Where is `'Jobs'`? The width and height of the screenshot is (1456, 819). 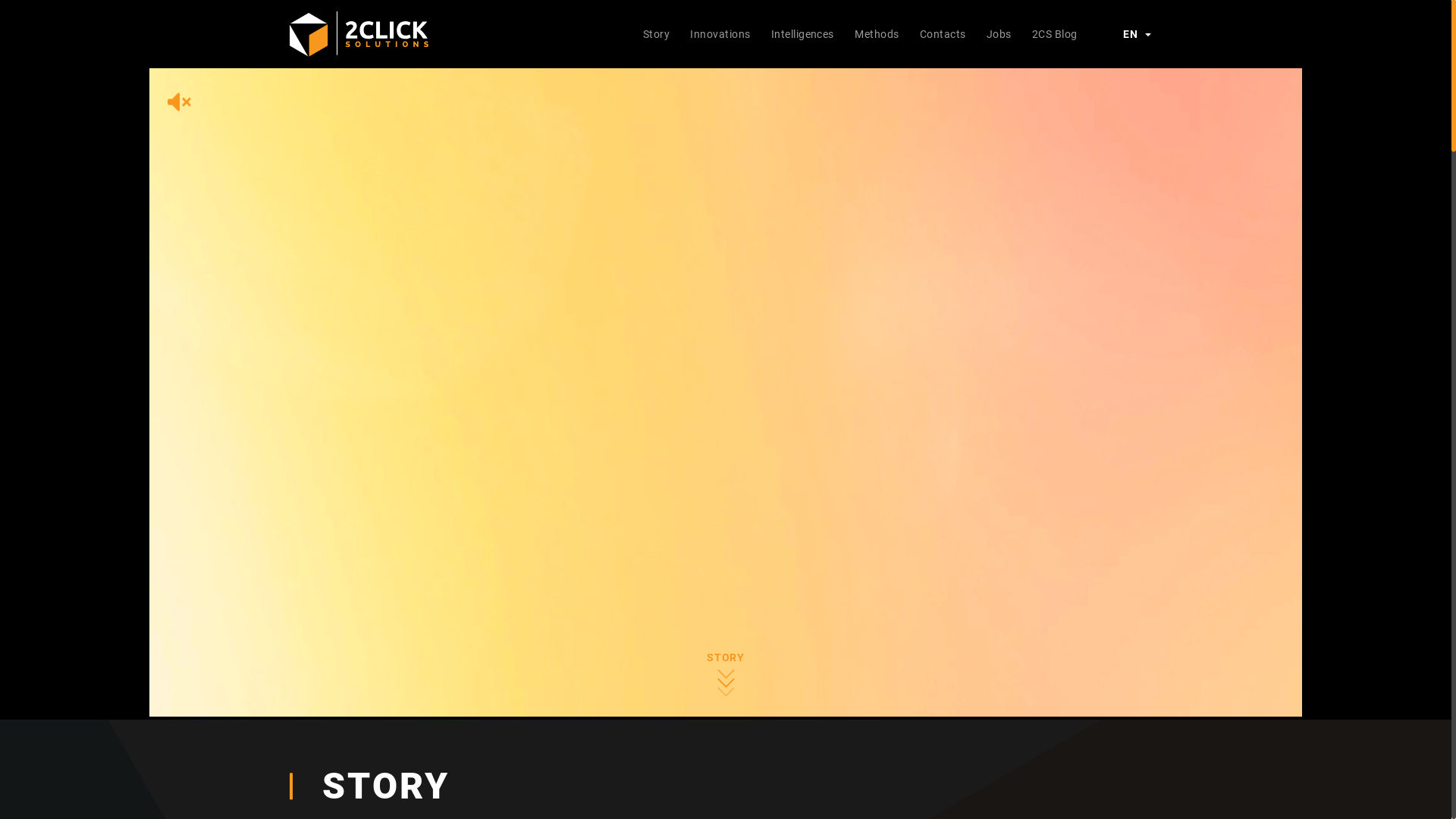 'Jobs' is located at coordinates (975, 33).